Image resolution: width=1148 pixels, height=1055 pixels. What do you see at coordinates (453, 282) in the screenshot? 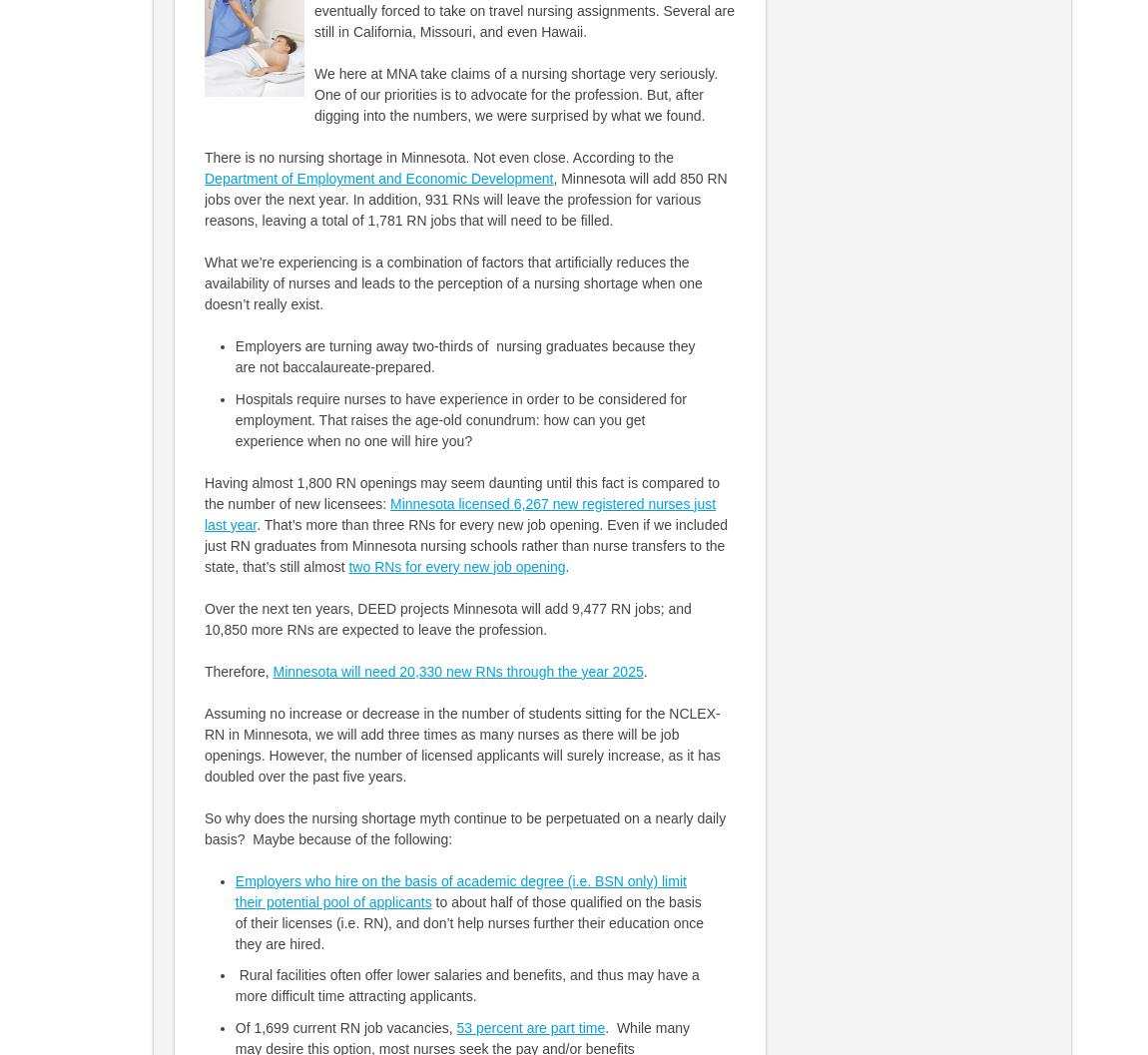
I see `'What we’re experiencing is a combination of factors that artificially reduces the availability of nurses and leads to the perception of a nursing shortage when one doesn’t really exist.'` at bounding box center [453, 282].